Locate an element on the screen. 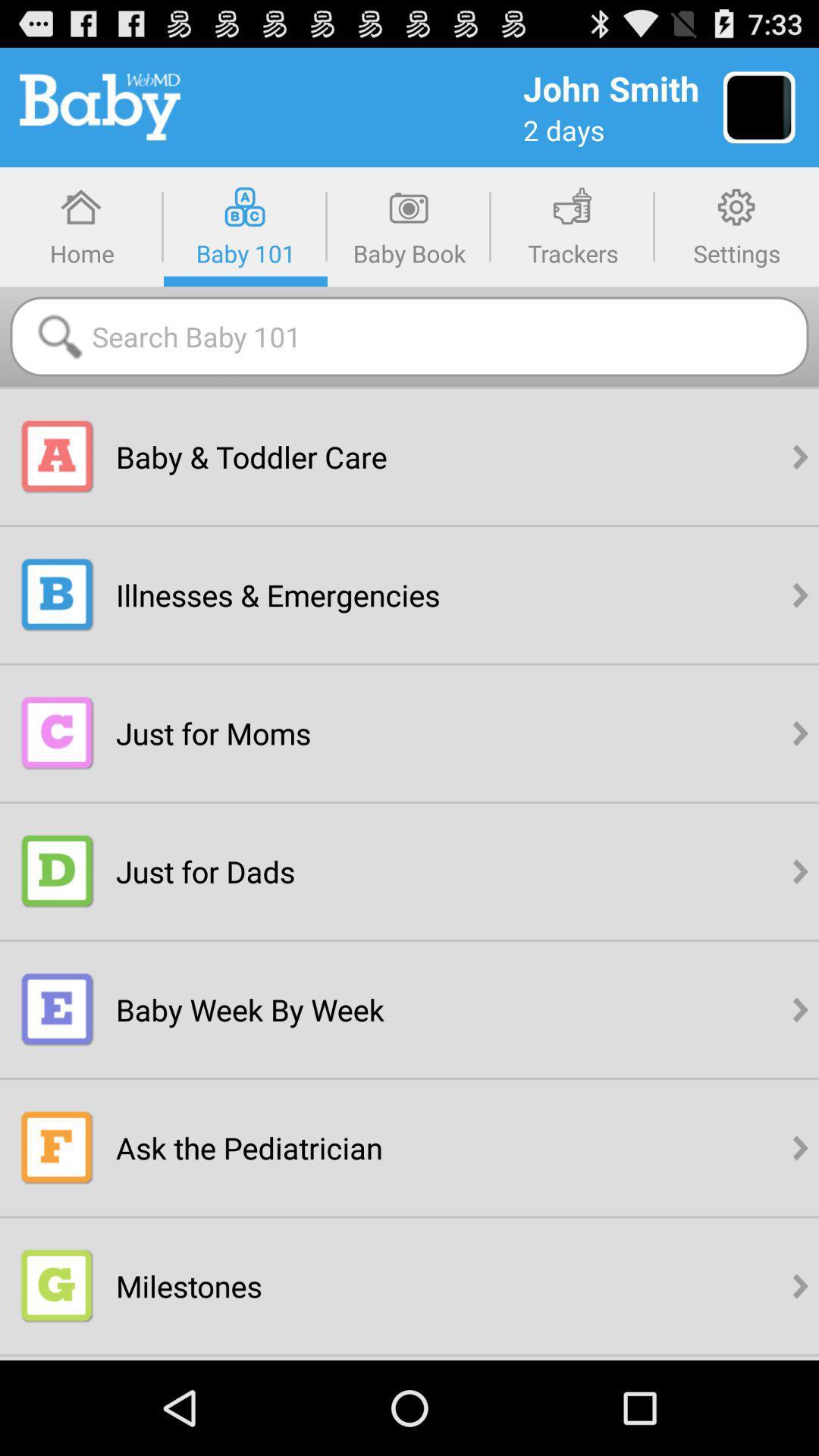  c which is just beside the just for moms is located at coordinates (57, 733).